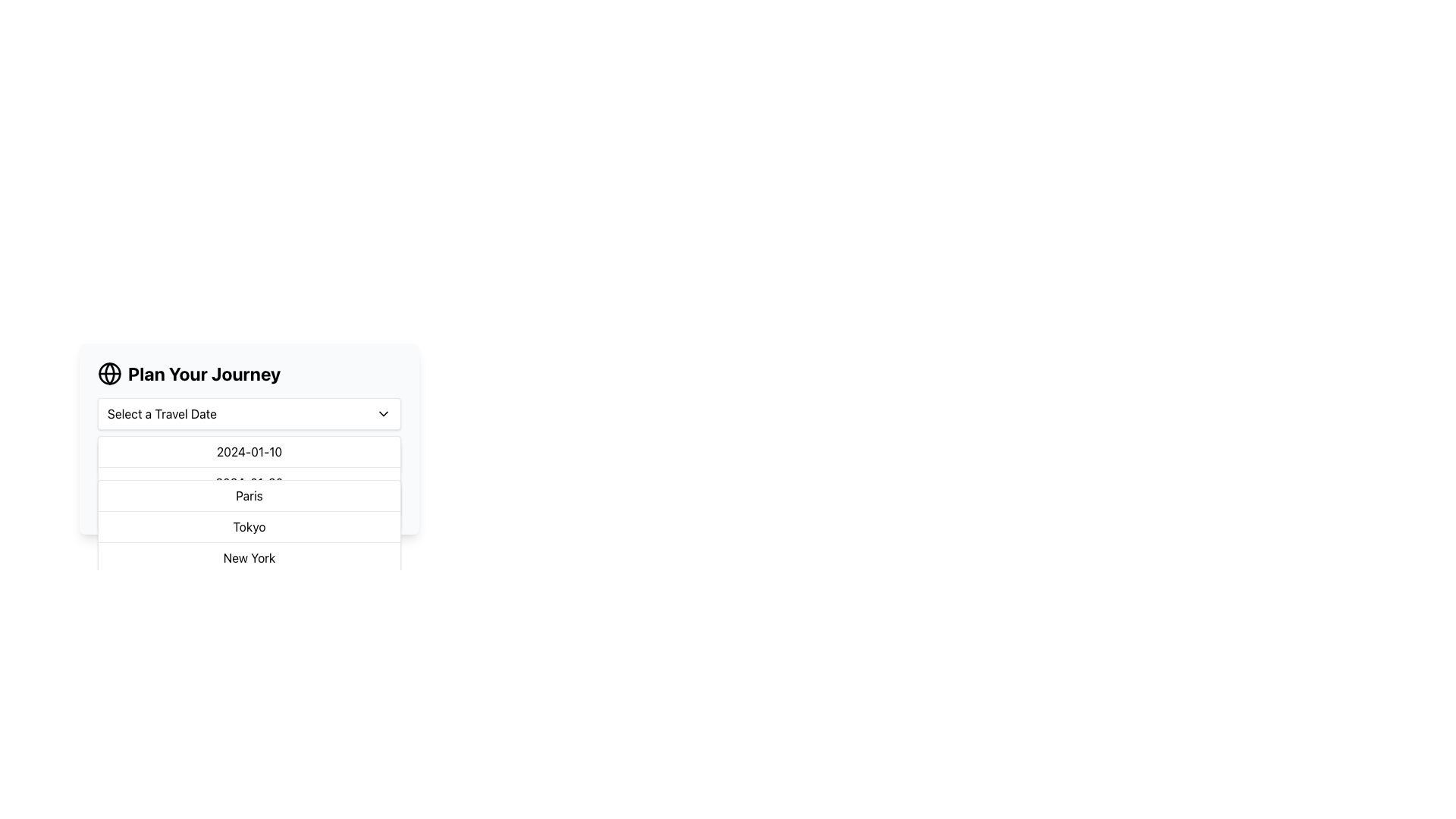 Image resolution: width=1456 pixels, height=819 pixels. I want to click on the text label containing the date '2024-01-10' in the dropdown menu under 'Plan Your Journey', so click(249, 457).